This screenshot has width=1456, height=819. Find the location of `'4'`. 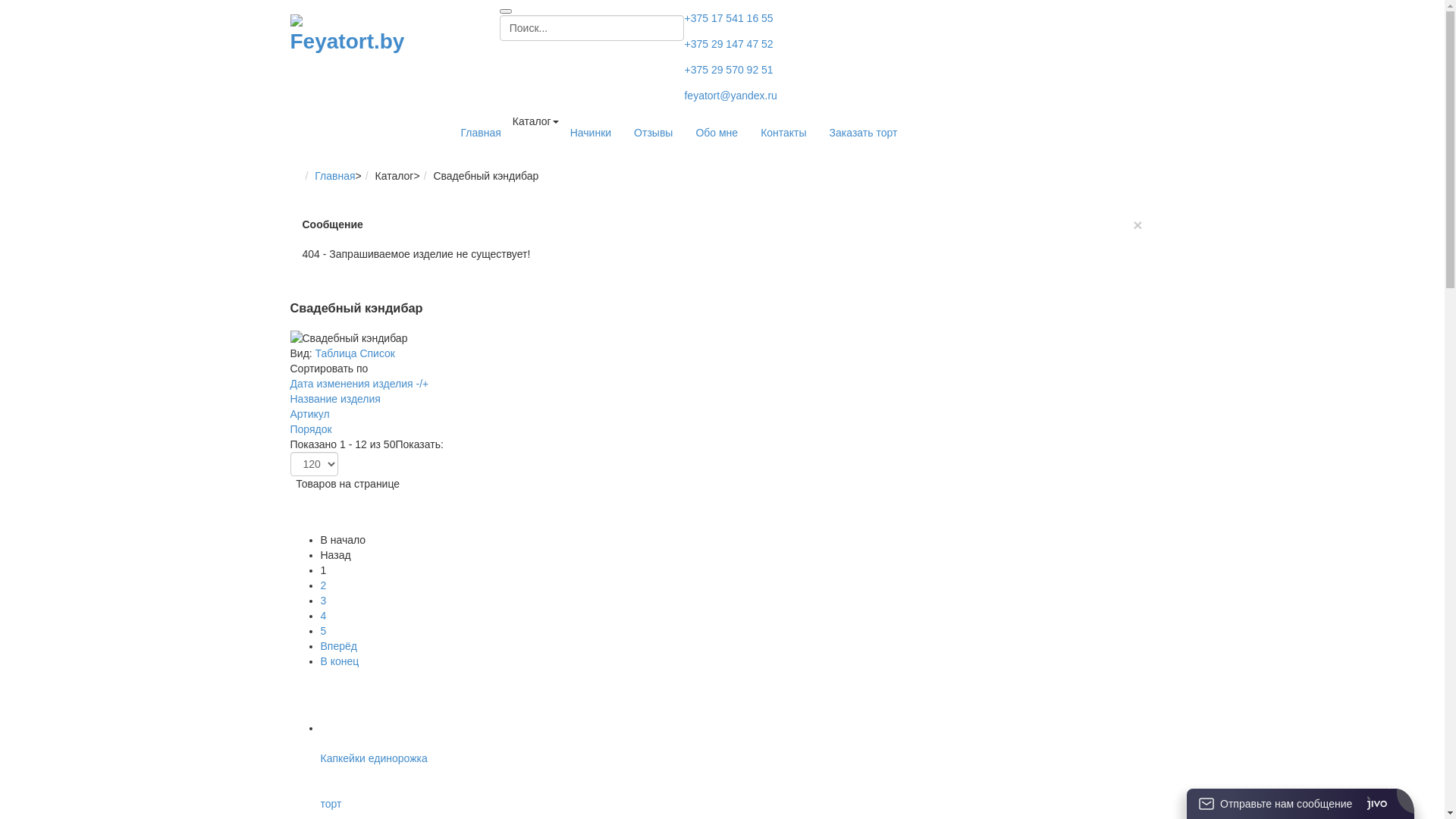

'4' is located at coordinates (322, 616).